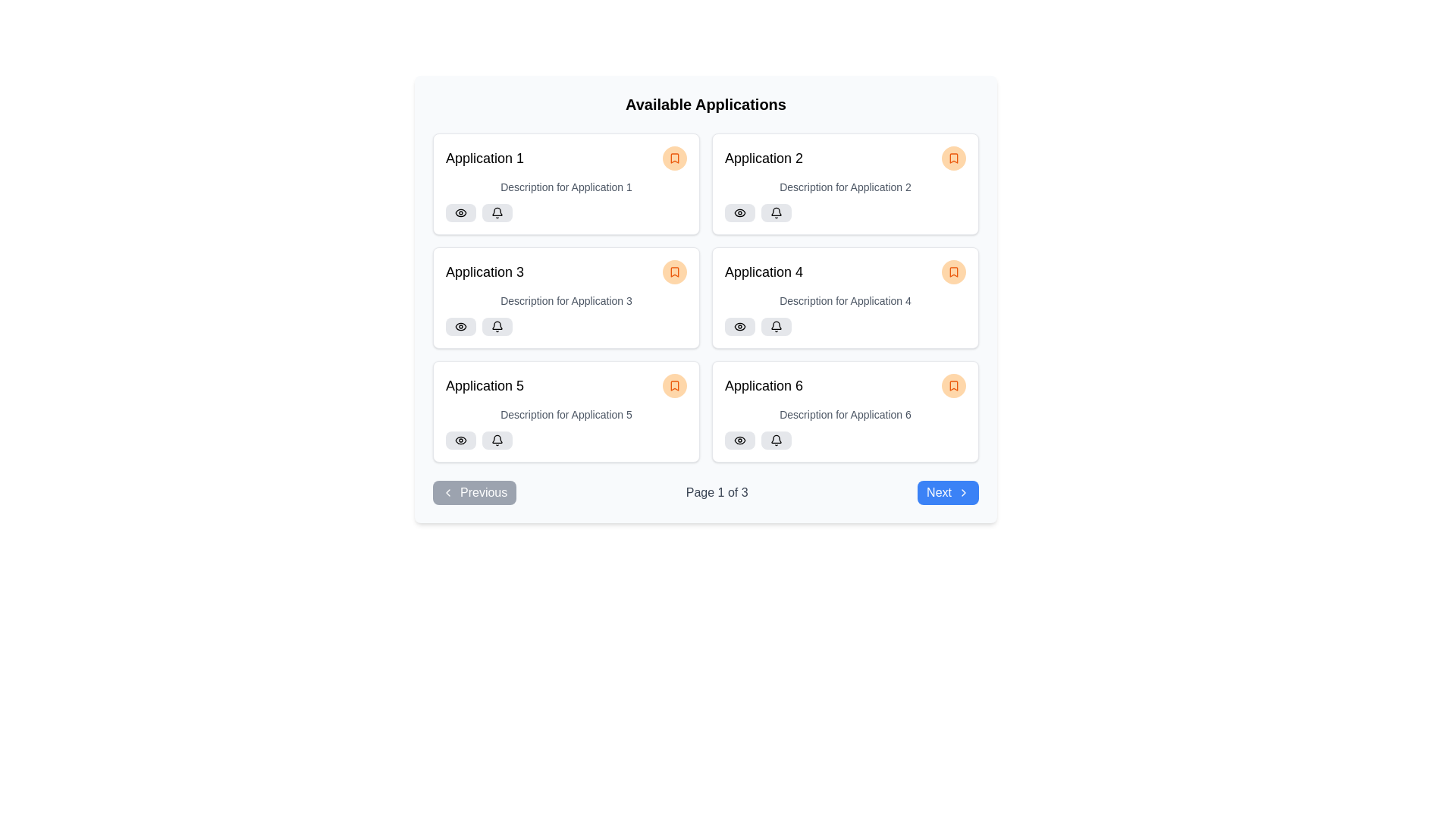 This screenshot has width=1456, height=819. I want to click on the bell icon located centrally in the sixth section of the grid layout under 'Application 5', so click(497, 439).